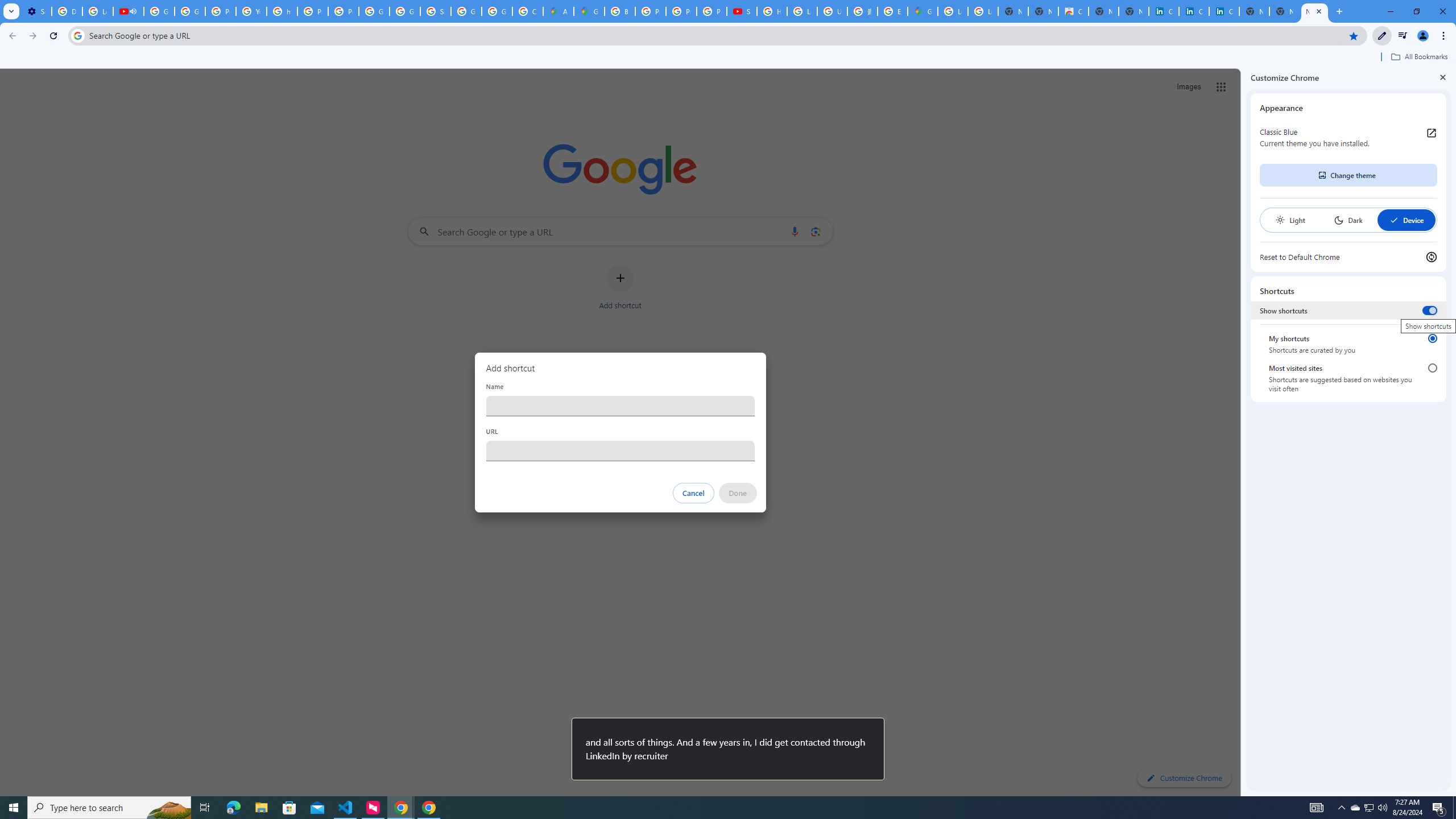  I want to click on 'Privacy Help Center - Policies Help', so click(651, 11).